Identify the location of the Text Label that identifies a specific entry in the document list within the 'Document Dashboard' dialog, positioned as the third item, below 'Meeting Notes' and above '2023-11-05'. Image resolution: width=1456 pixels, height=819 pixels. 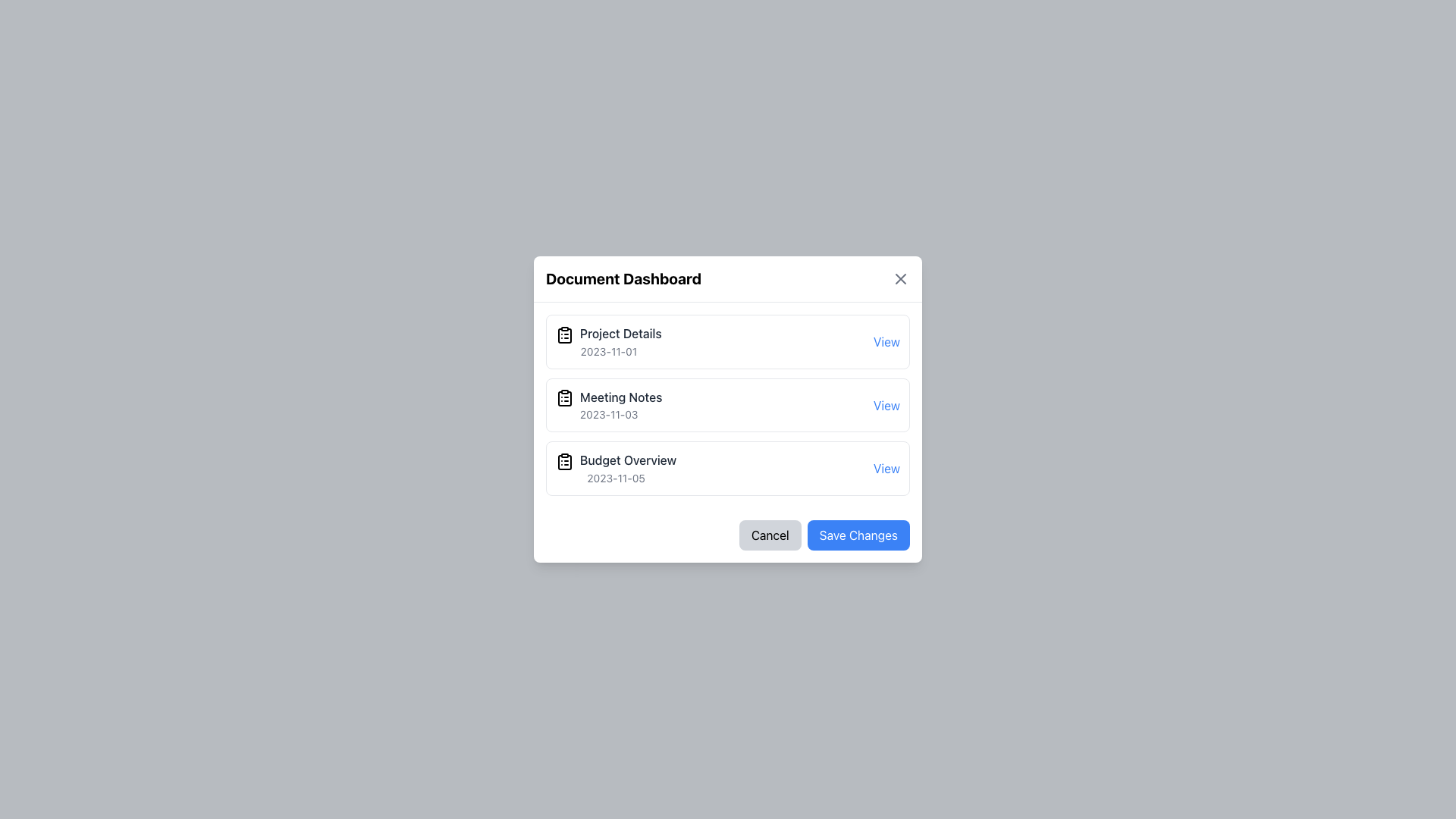
(628, 460).